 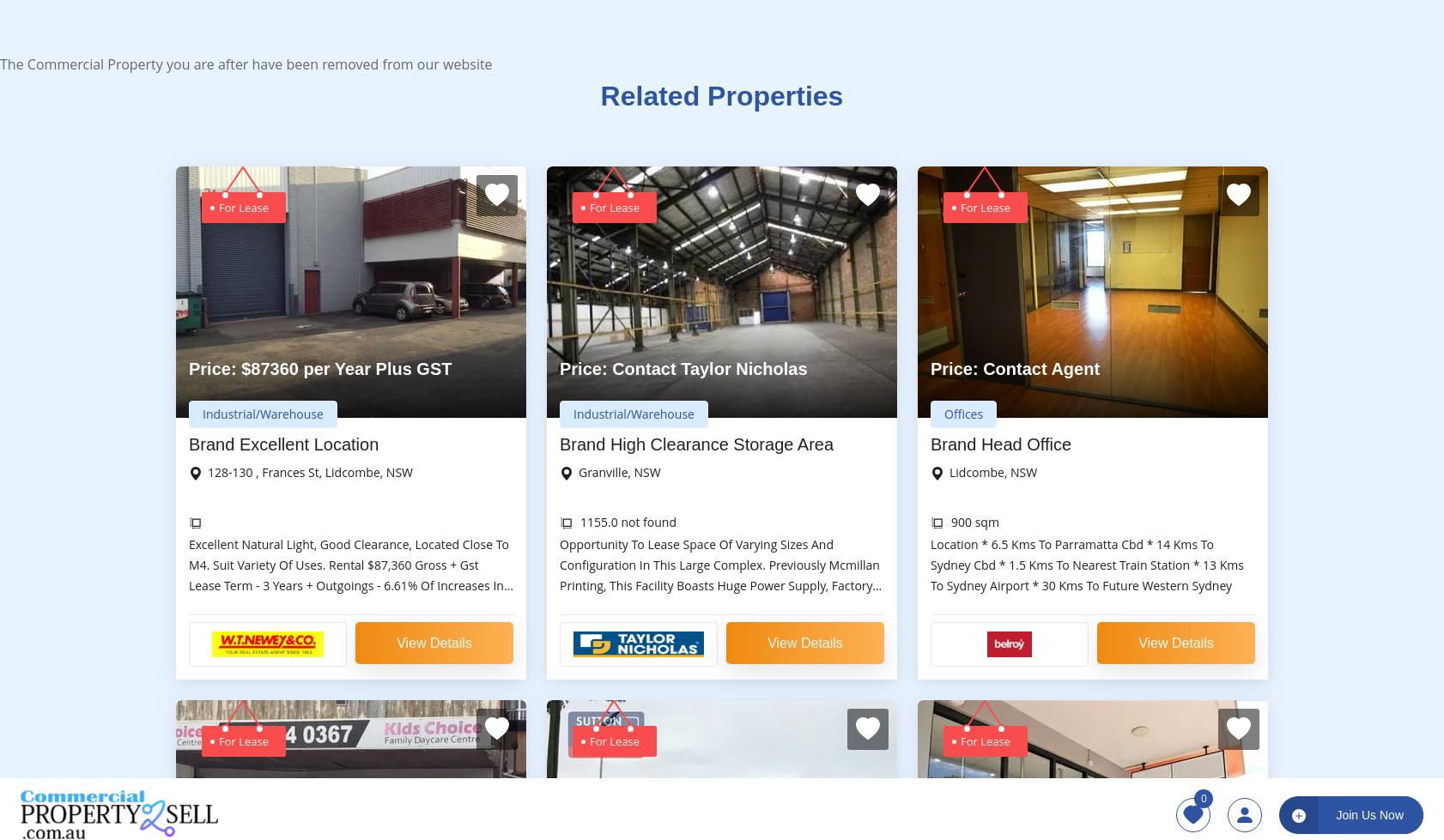 I want to click on '3108 sqm', so click(x=607, y=277).